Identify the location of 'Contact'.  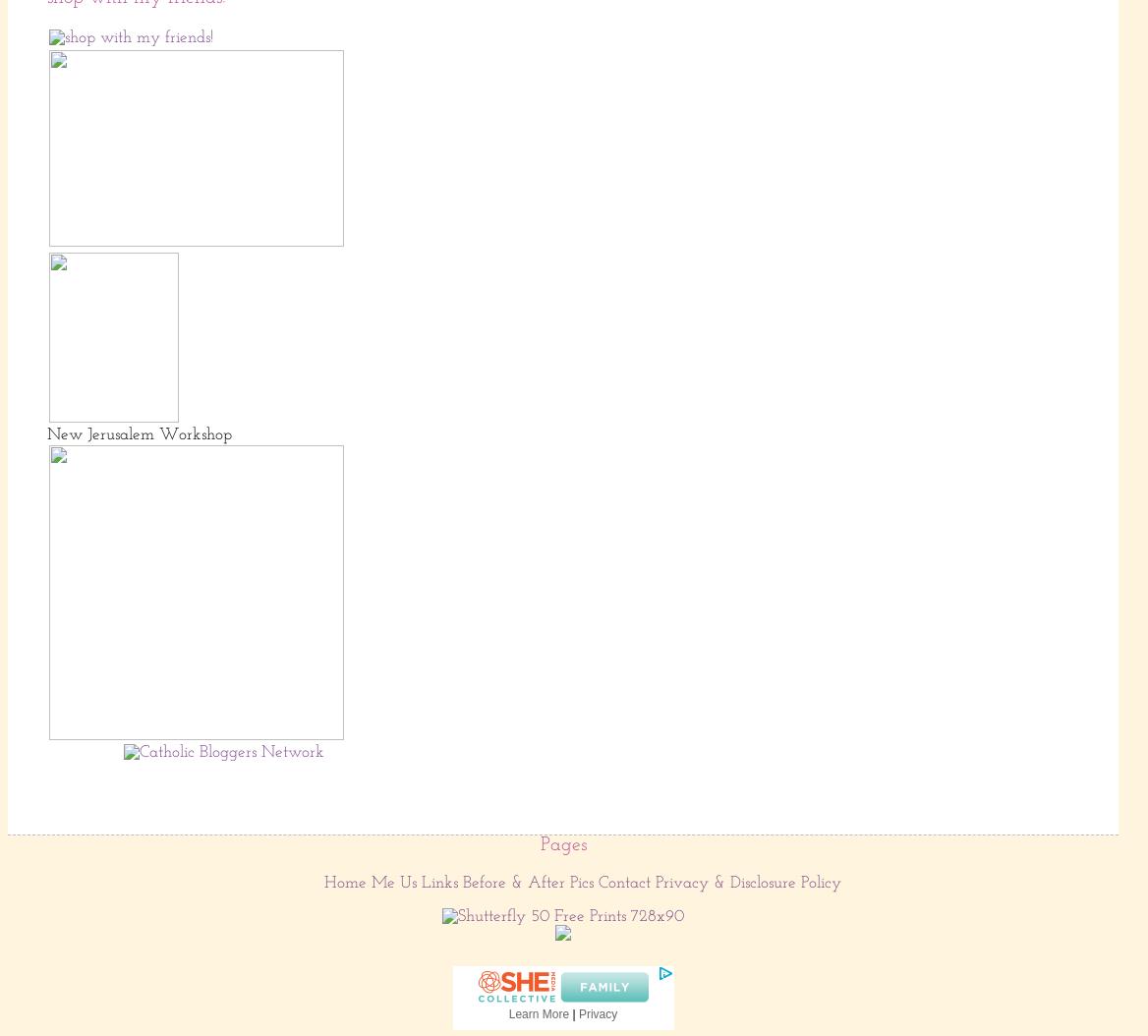
(624, 881).